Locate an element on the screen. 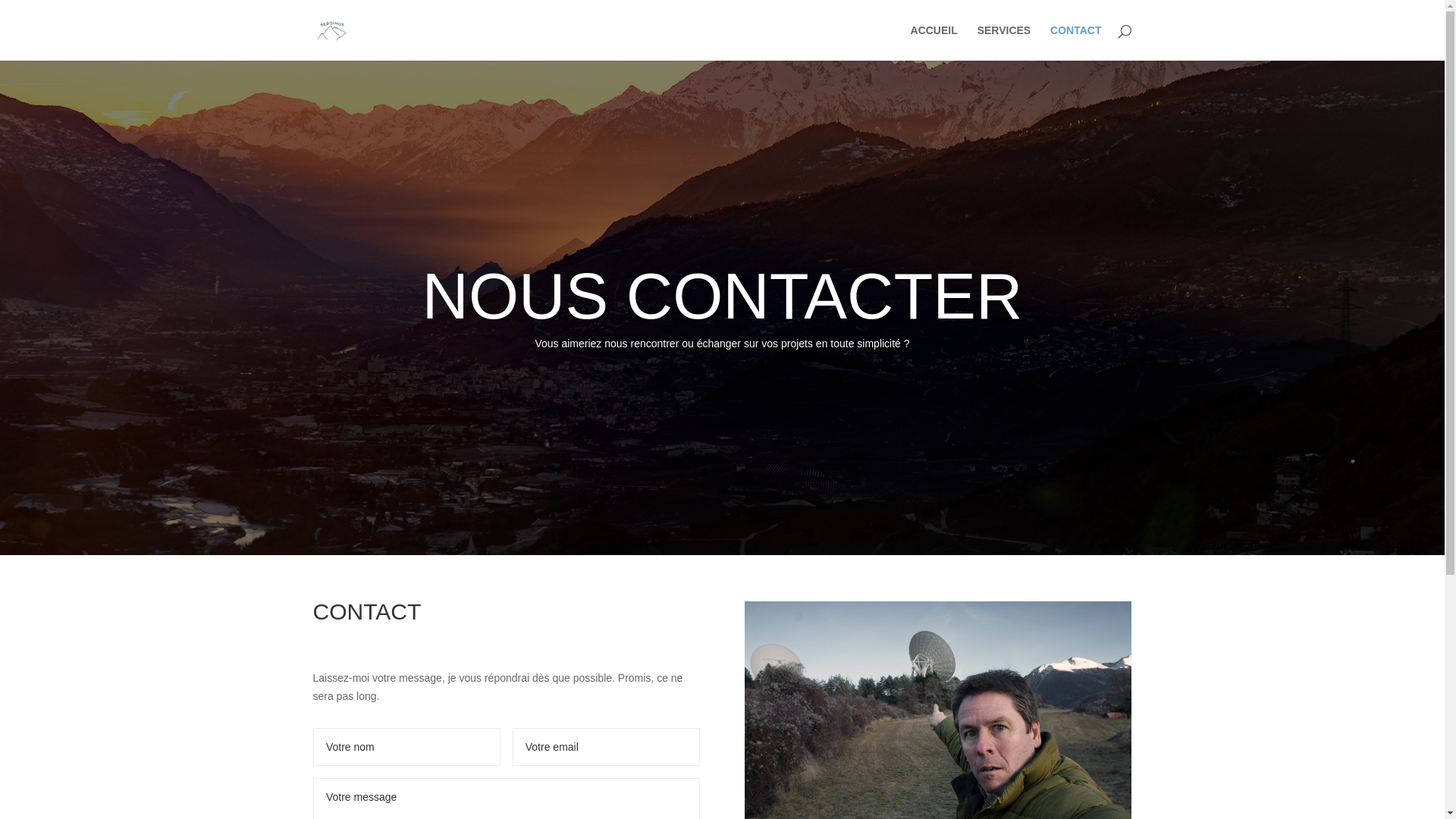 The height and width of the screenshot is (819, 1456). 'ACCUEIL' is located at coordinates (910, 42).